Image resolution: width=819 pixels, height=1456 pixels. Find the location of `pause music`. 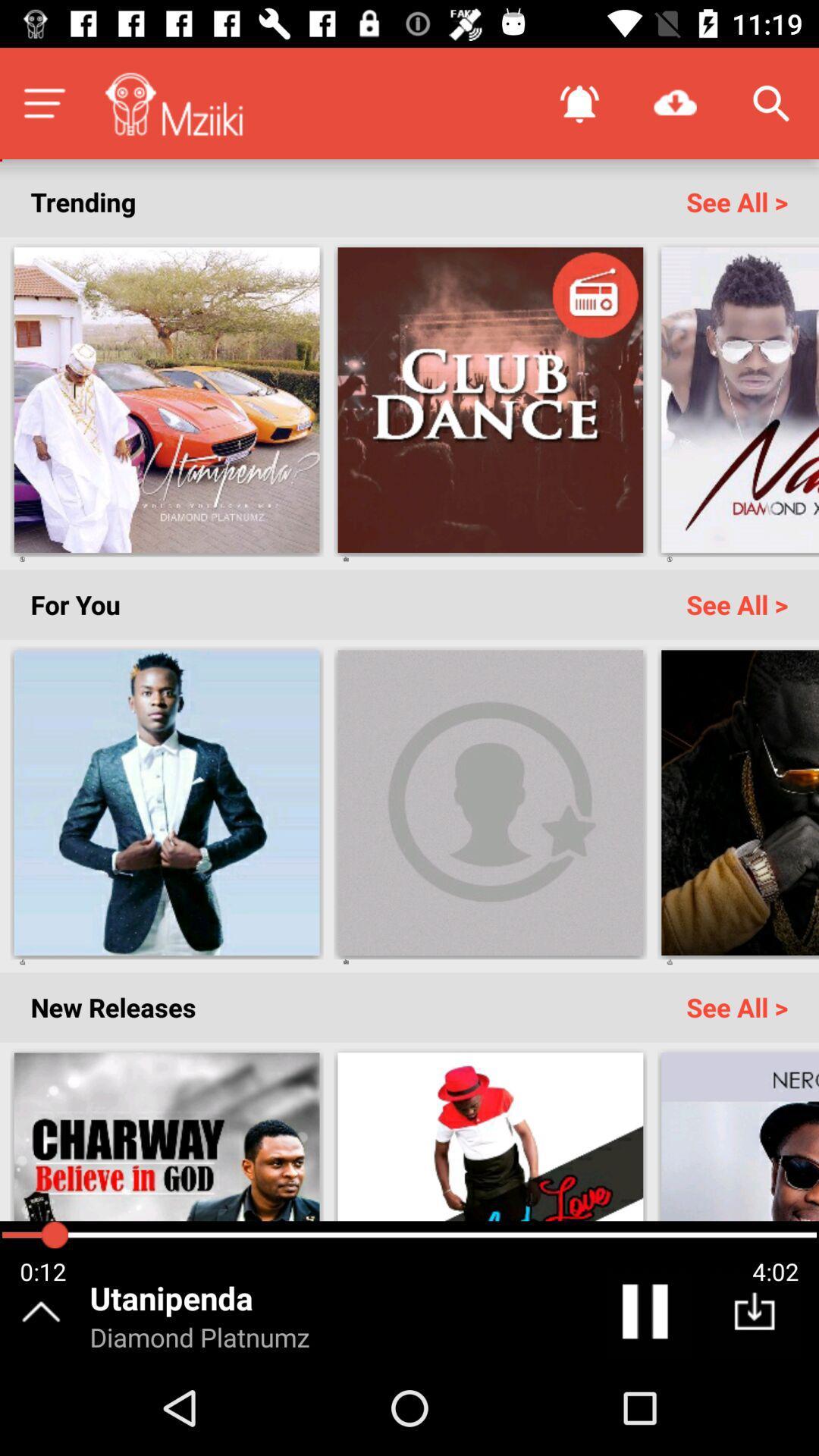

pause music is located at coordinates (648, 1314).